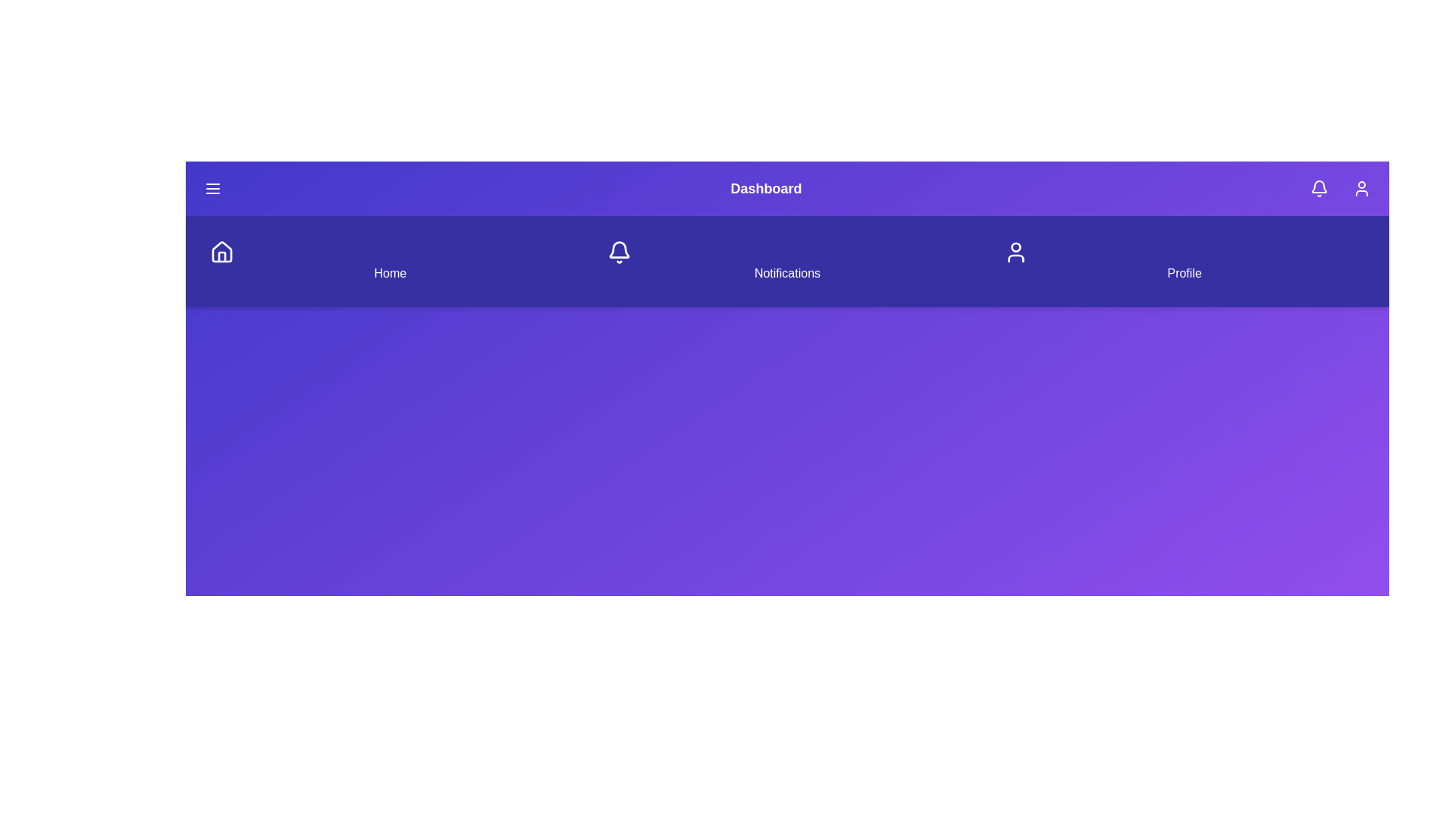  Describe the element at coordinates (389, 260) in the screenshot. I see `the Home navigation item` at that location.